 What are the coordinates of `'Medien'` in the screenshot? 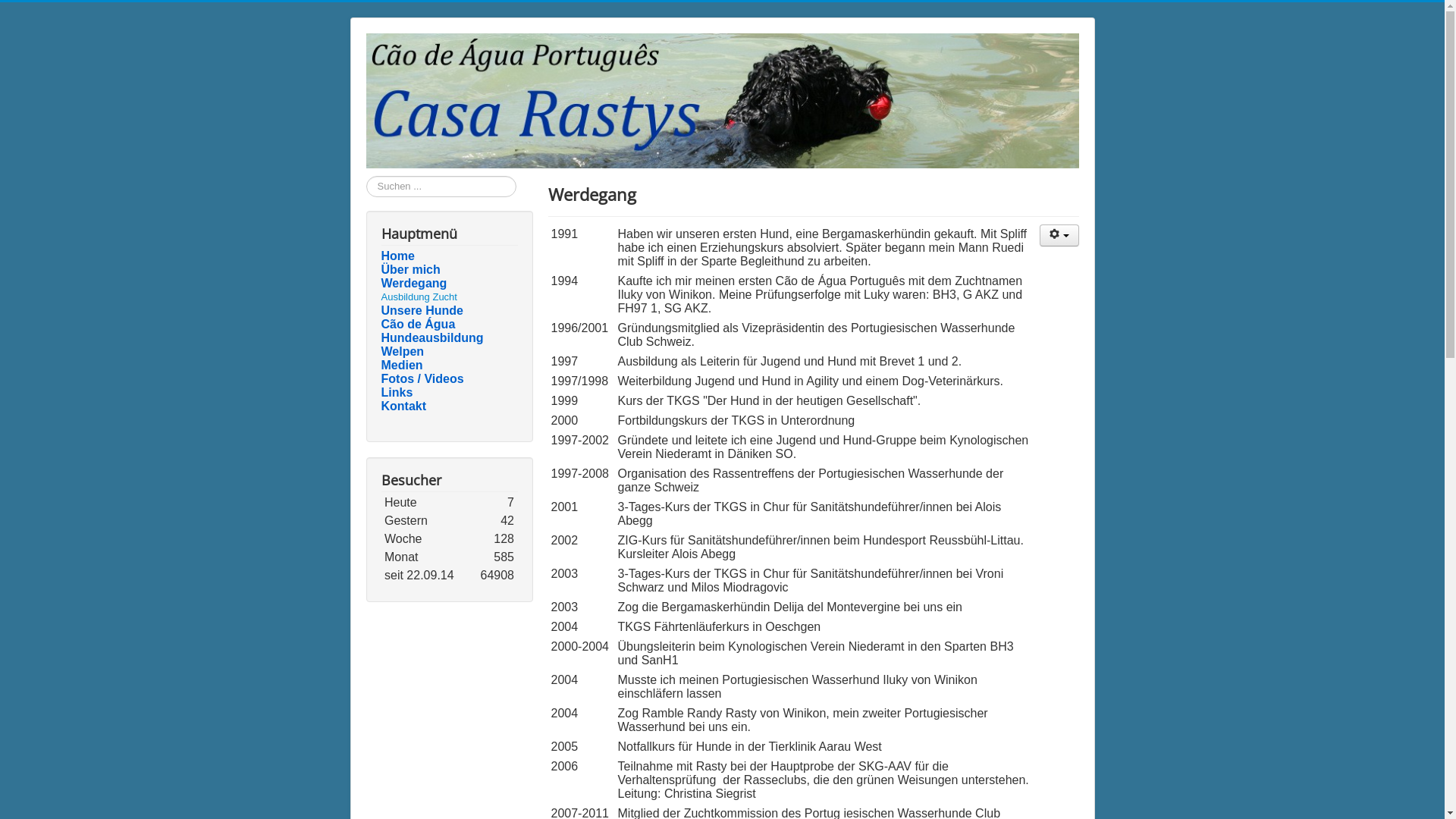 It's located at (447, 366).